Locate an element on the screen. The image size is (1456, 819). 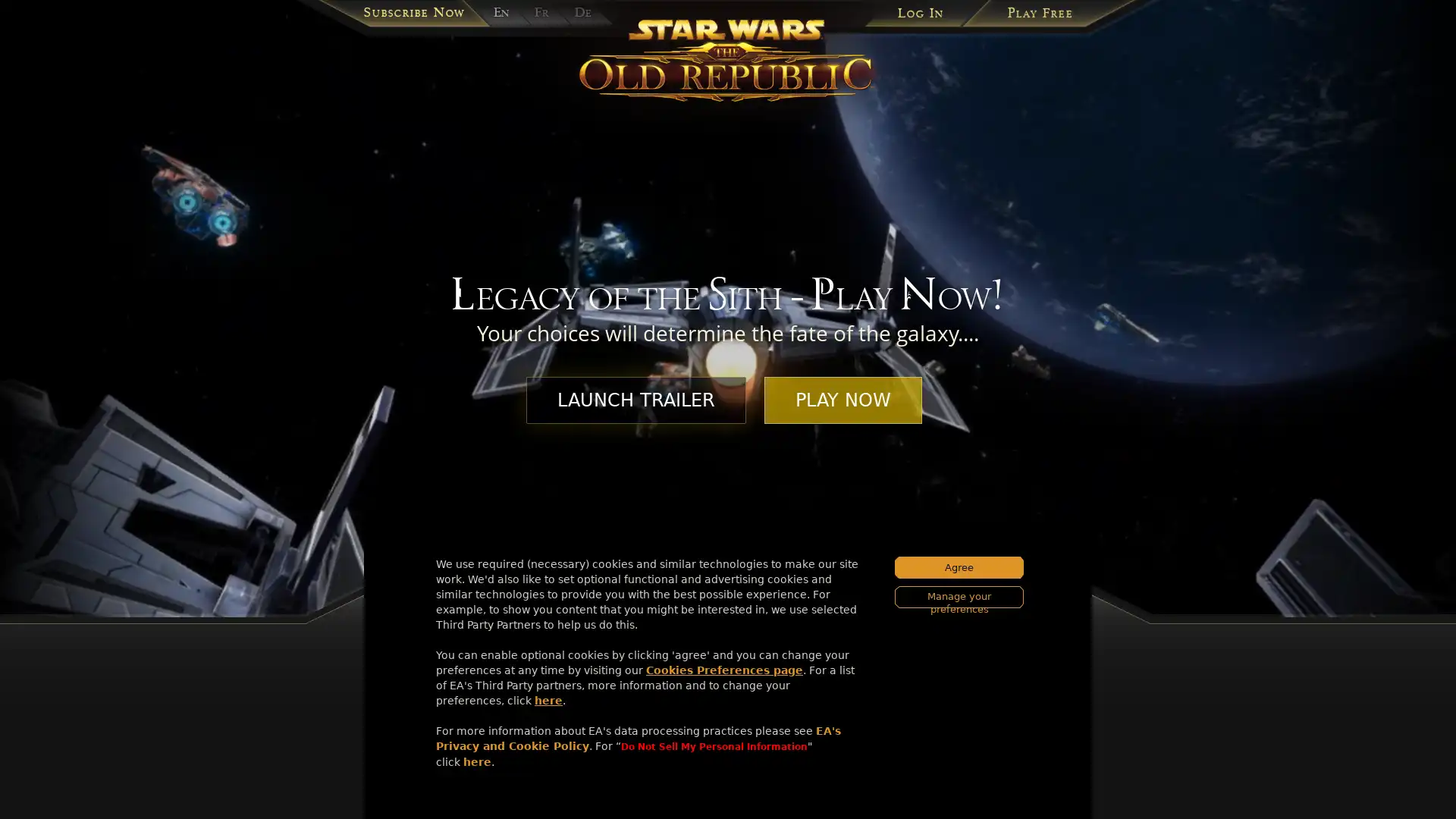
Agree is located at coordinates (959, 567).